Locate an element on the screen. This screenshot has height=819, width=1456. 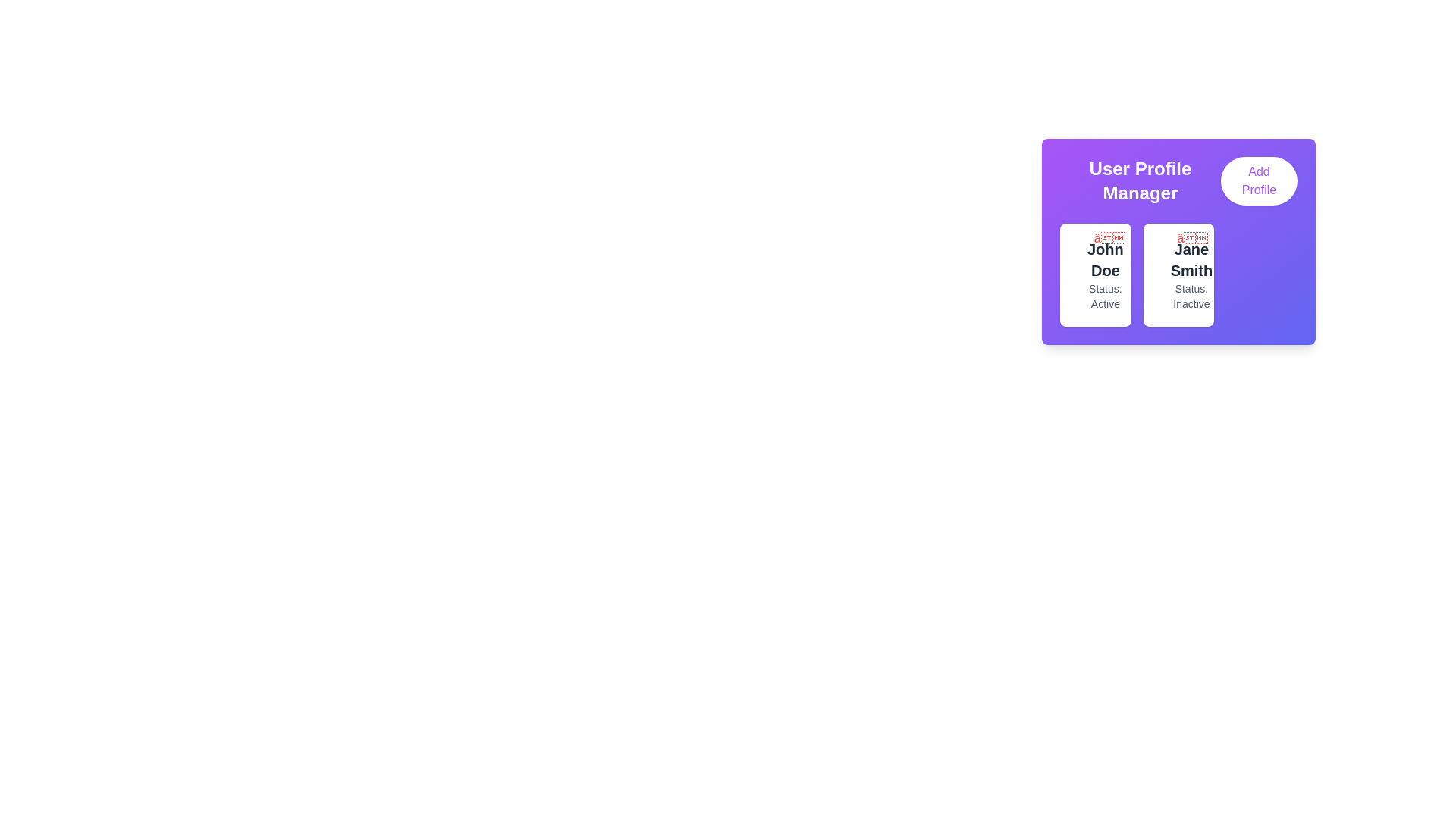
the profile card for 'Jane Smith', which is the second card in the grid, and set it as the focus element is located at coordinates (1178, 275).